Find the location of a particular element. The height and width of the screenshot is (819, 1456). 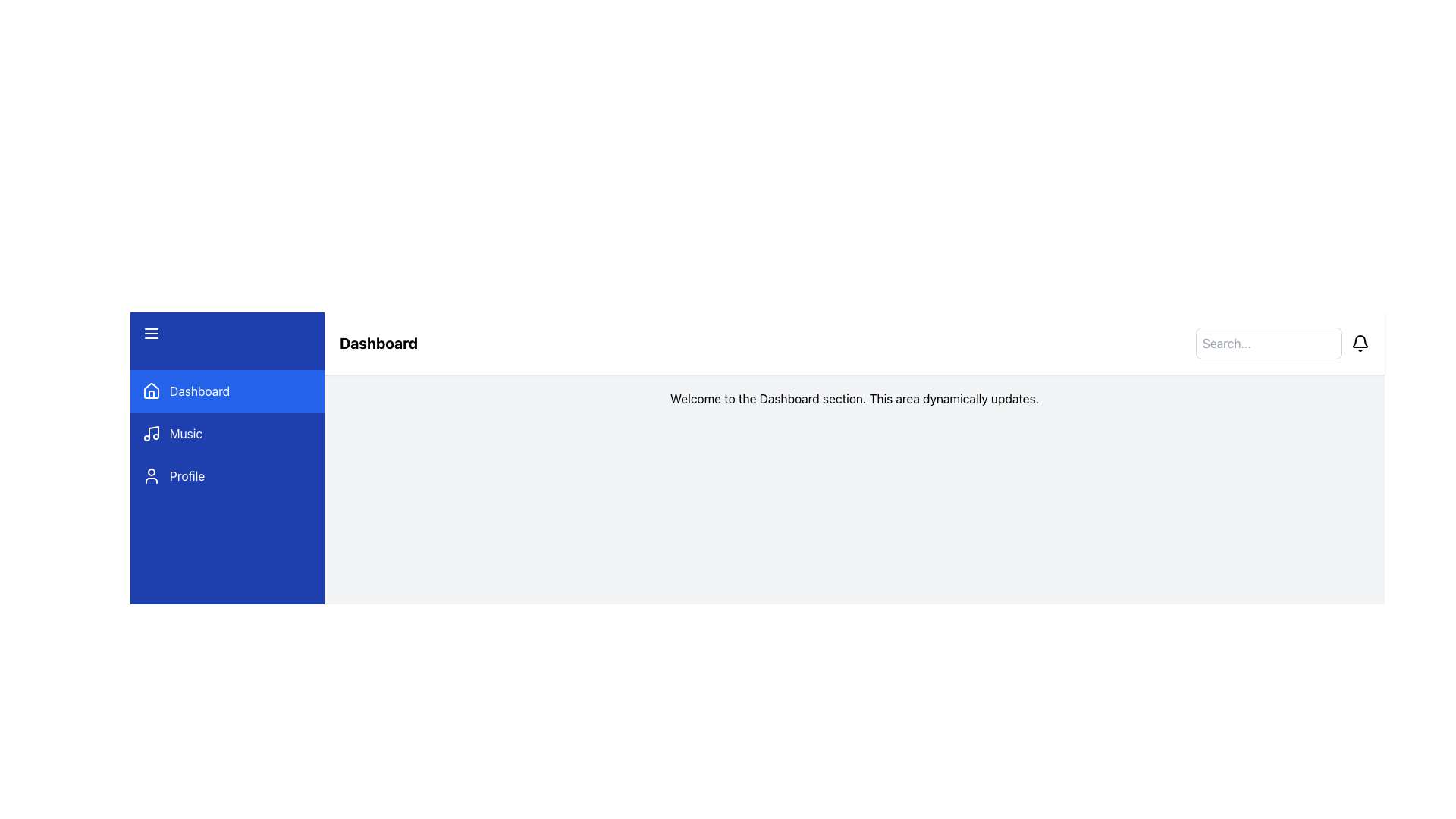

the 'Dashboard' navigation button located at the top of the sidebar menu to trigger the visual hover effect is located at coordinates (226, 391).